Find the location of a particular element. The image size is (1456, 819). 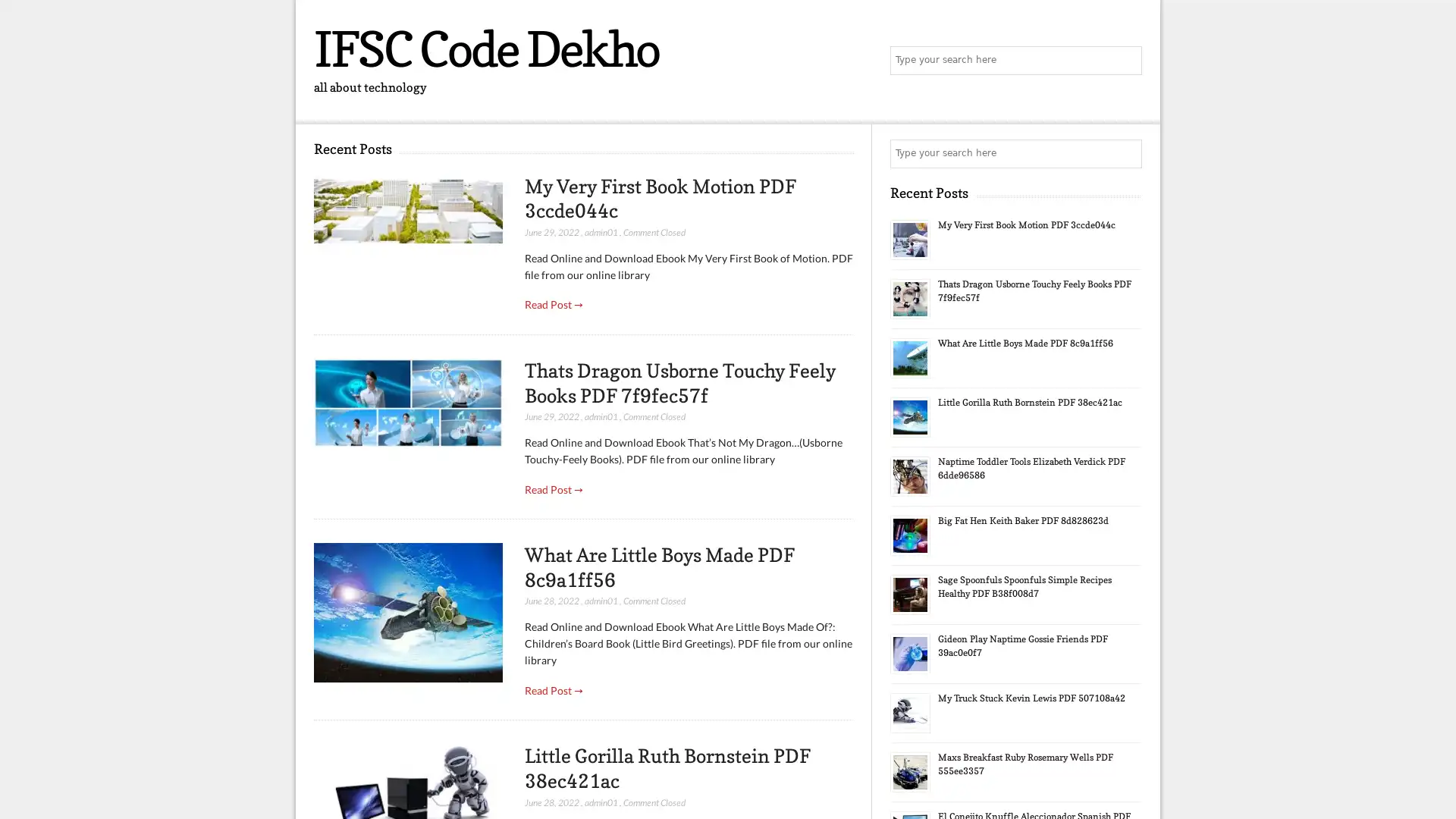

Search is located at coordinates (1126, 61).